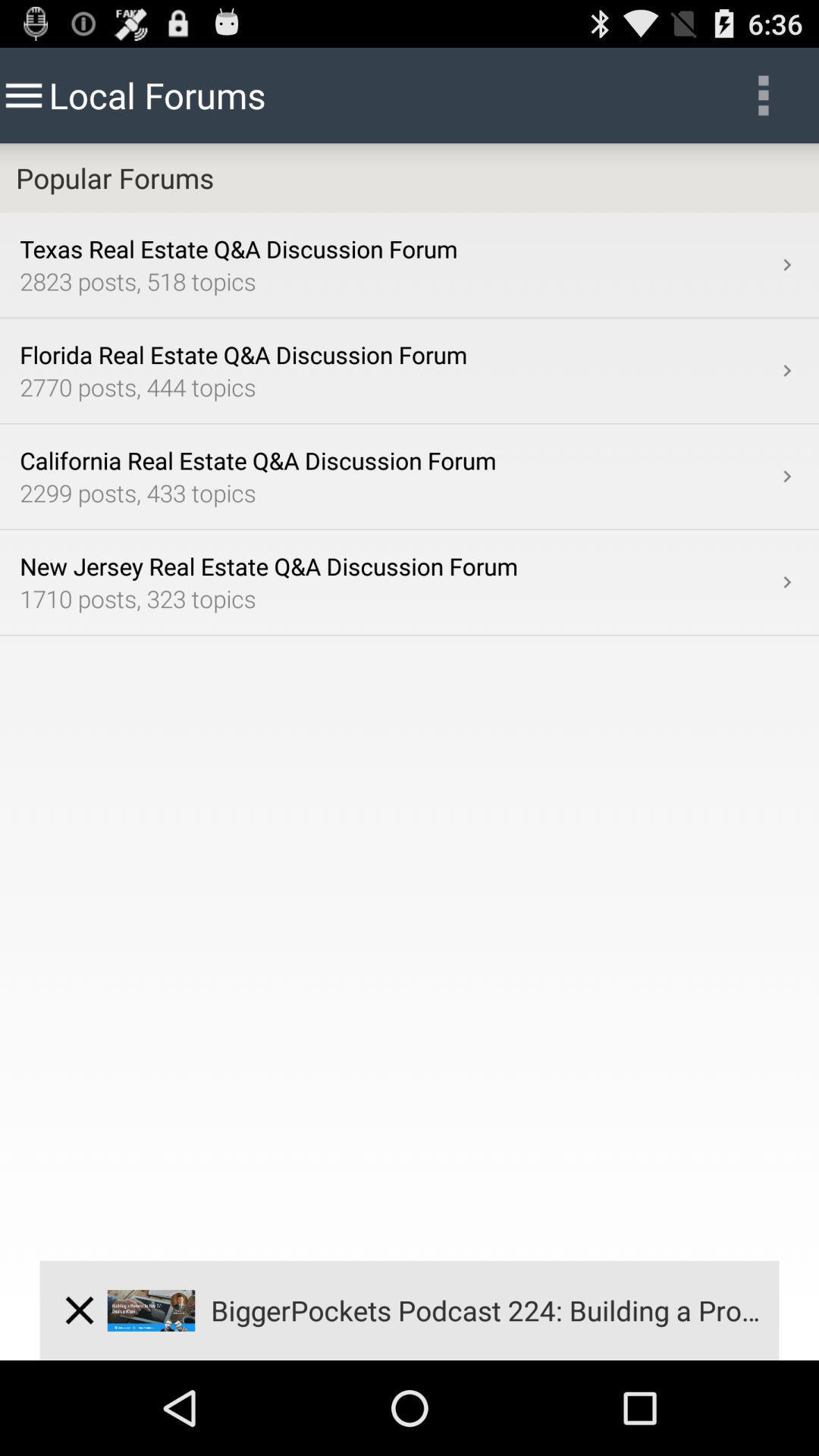 Image resolution: width=819 pixels, height=1456 pixels. I want to click on the item on the right, so click(786, 582).